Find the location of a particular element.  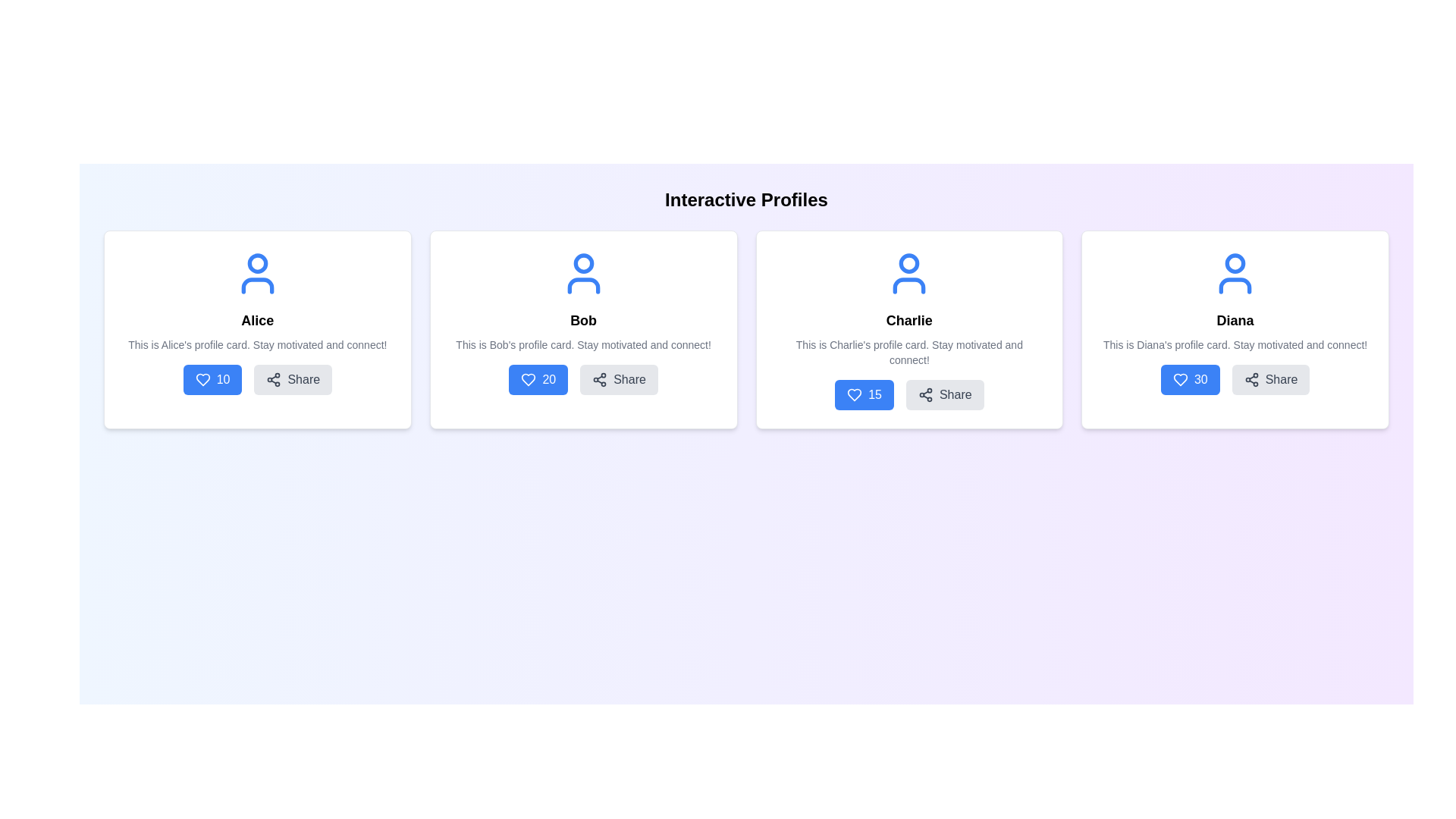

the share icon located to the left of the text 'Share' in the 'Share' button below the card titled 'Charlie' is located at coordinates (924, 394).